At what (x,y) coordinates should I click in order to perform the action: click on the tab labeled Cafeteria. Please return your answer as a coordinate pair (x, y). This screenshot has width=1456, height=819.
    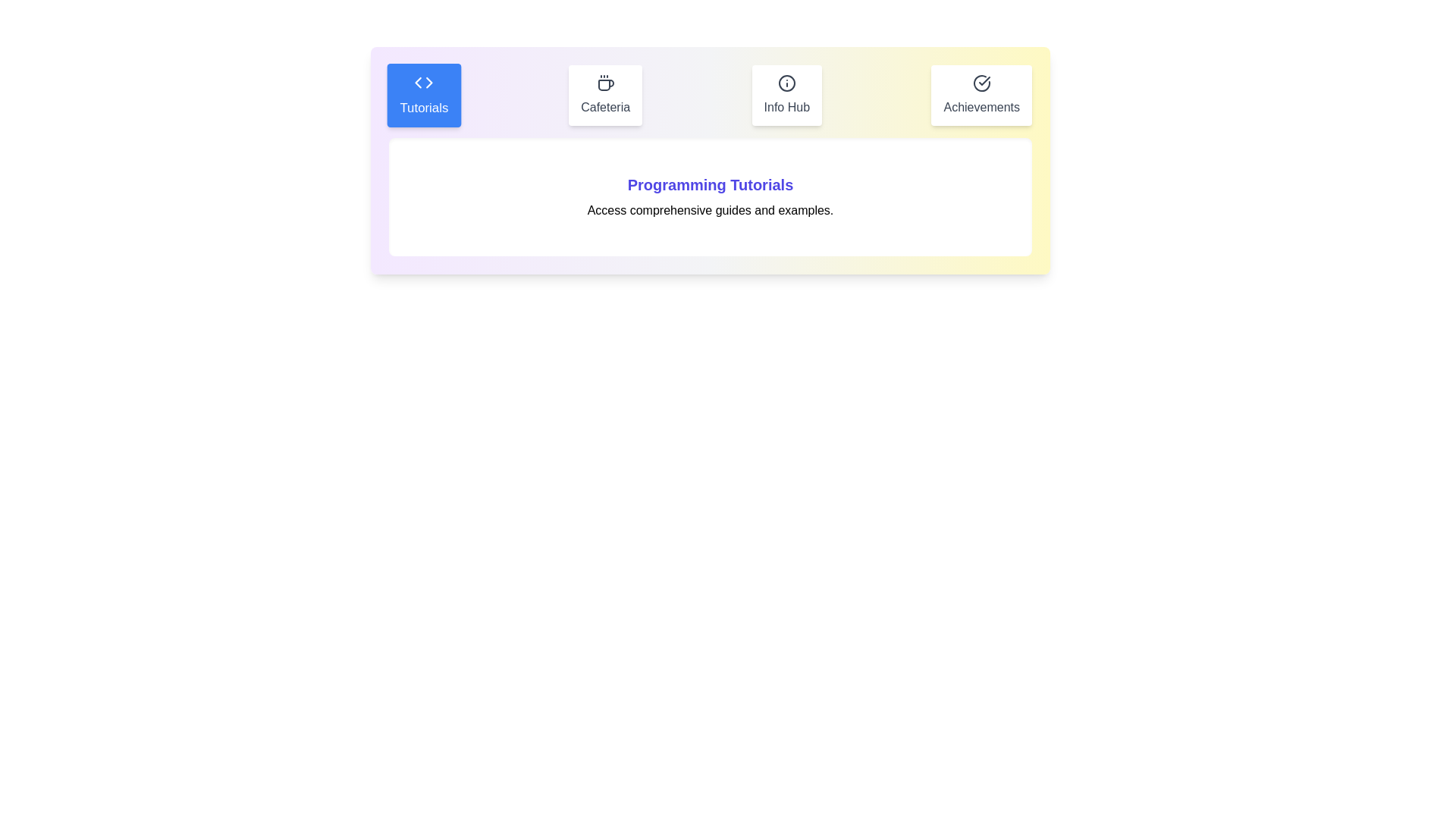
    Looking at the image, I should click on (604, 96).